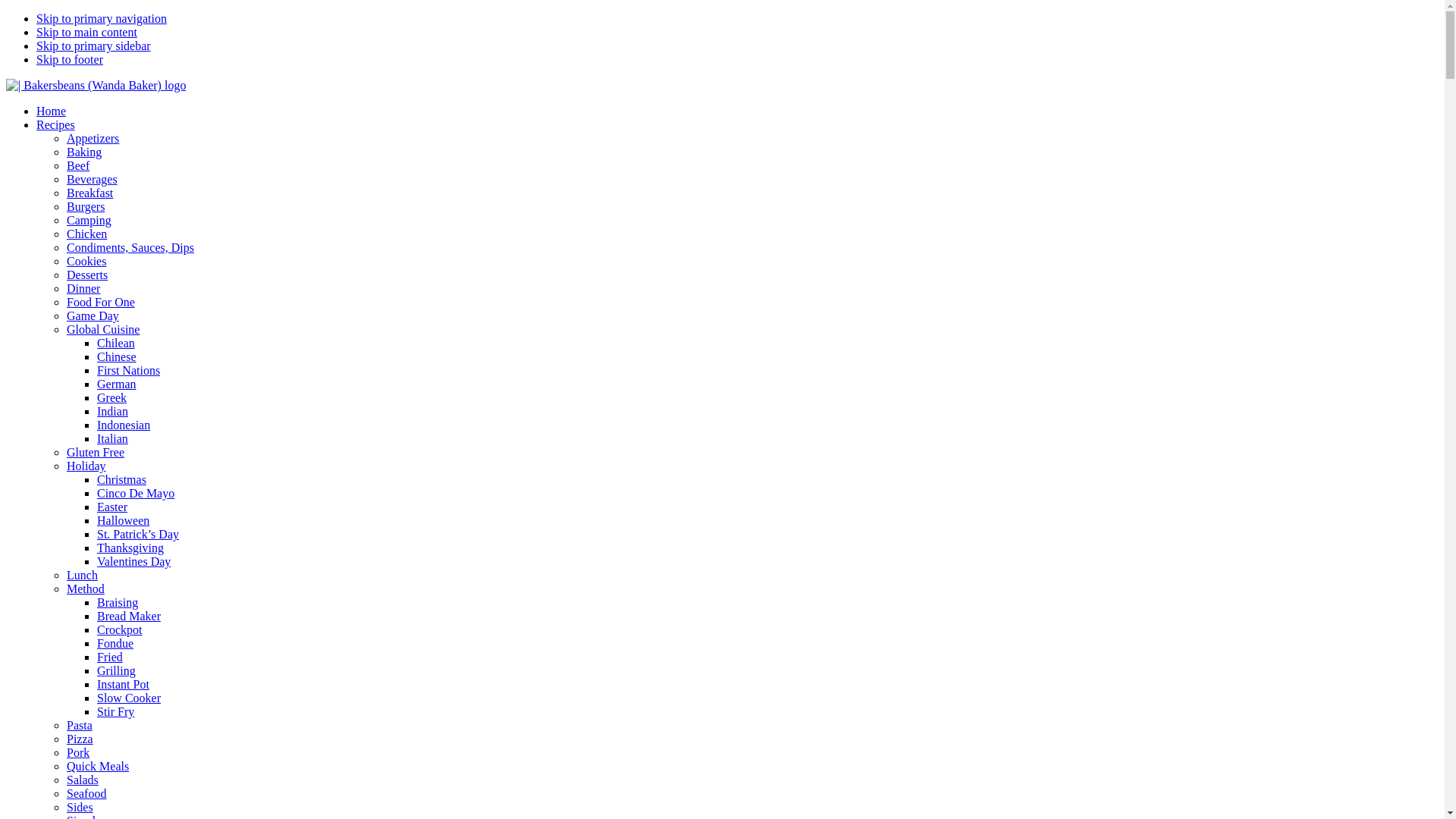 The height and width of the screenshot is (819, 1456). Describe the element at coordinates (115, 343) in the screenshot. I see `'Chilean'` at that location.